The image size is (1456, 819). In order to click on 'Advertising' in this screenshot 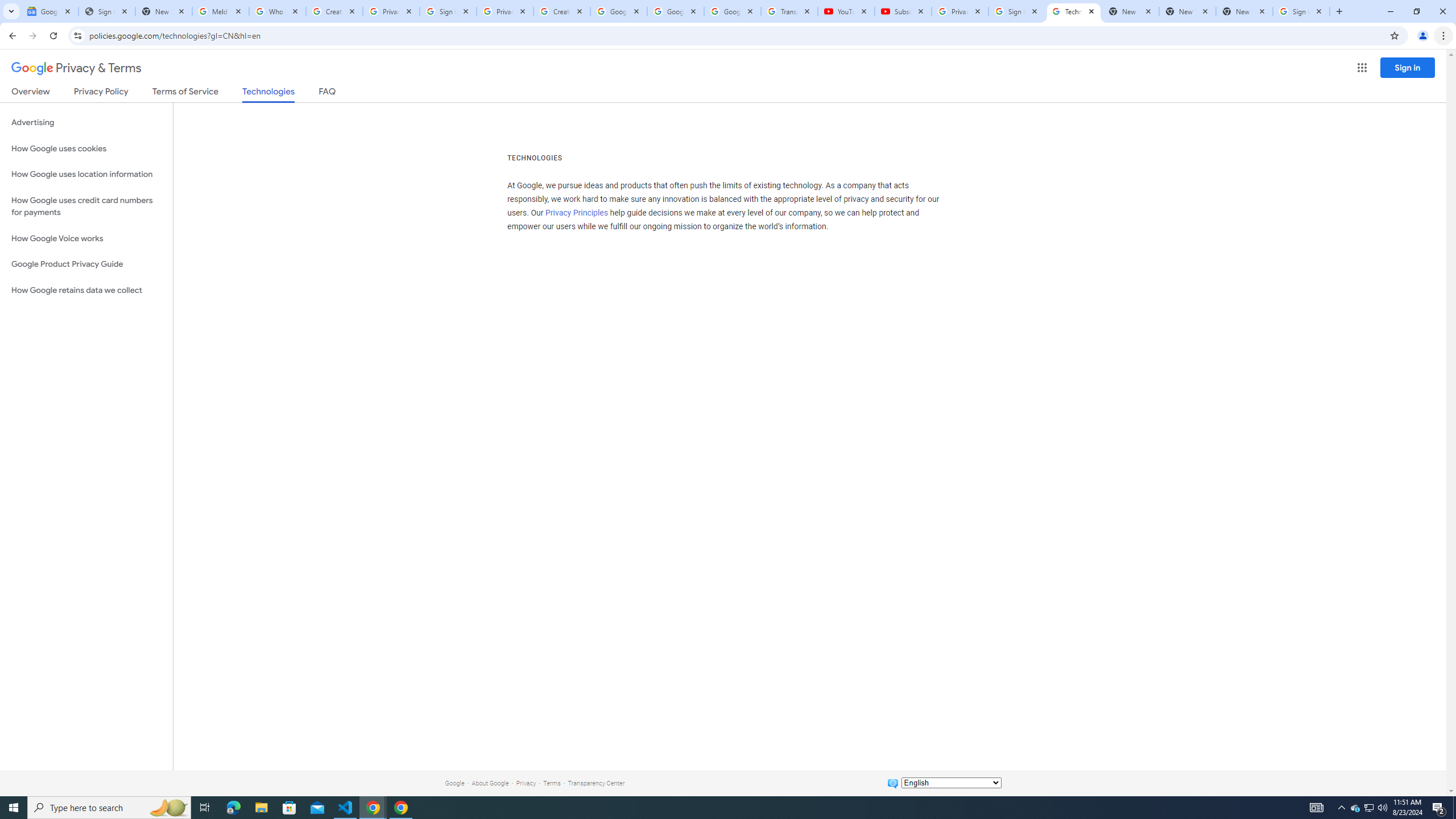, I will do `click(86, 122)`.